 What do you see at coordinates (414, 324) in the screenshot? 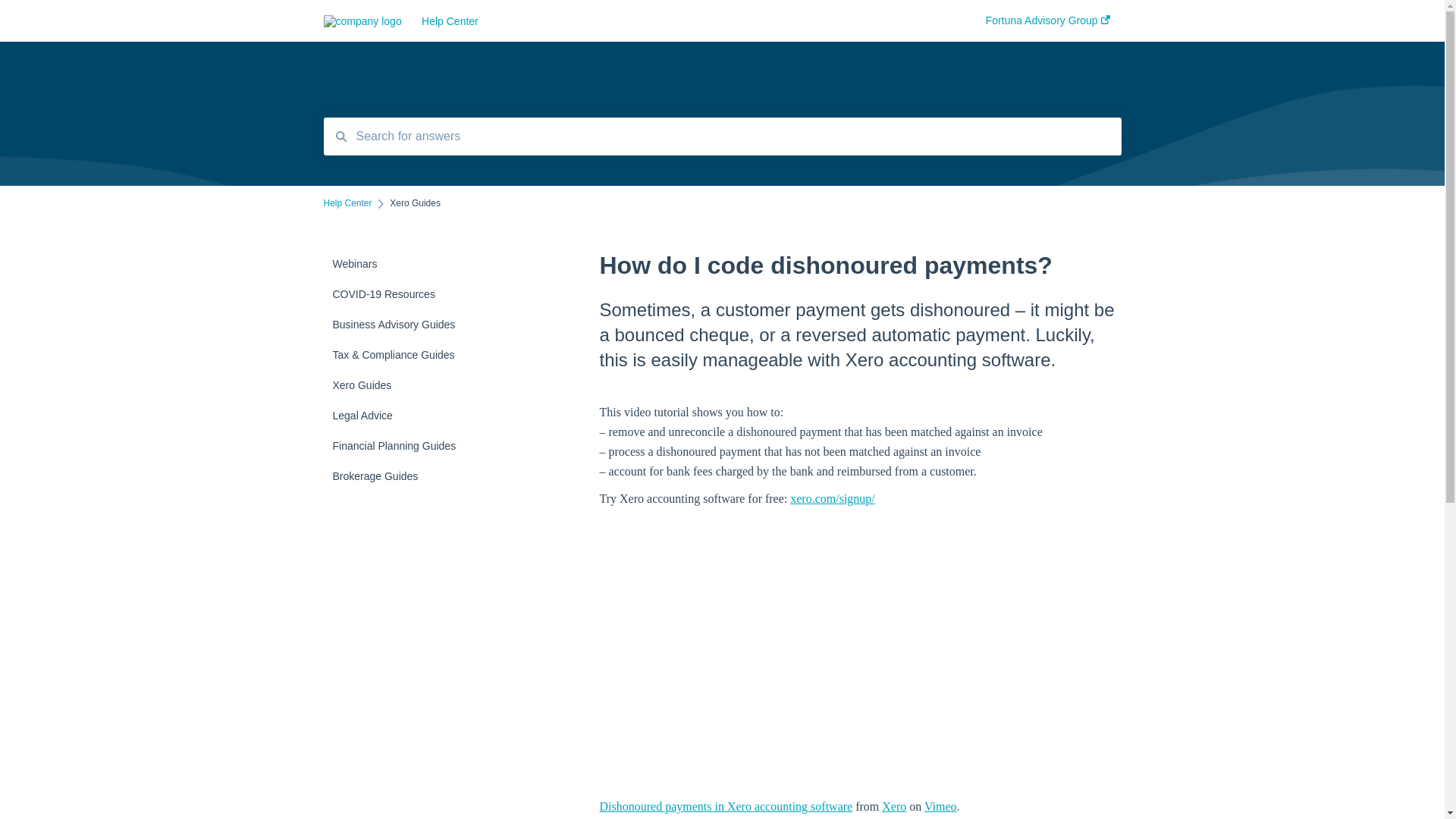
I see `'Business Advisory Guides'` at bounding box center [414, 324].